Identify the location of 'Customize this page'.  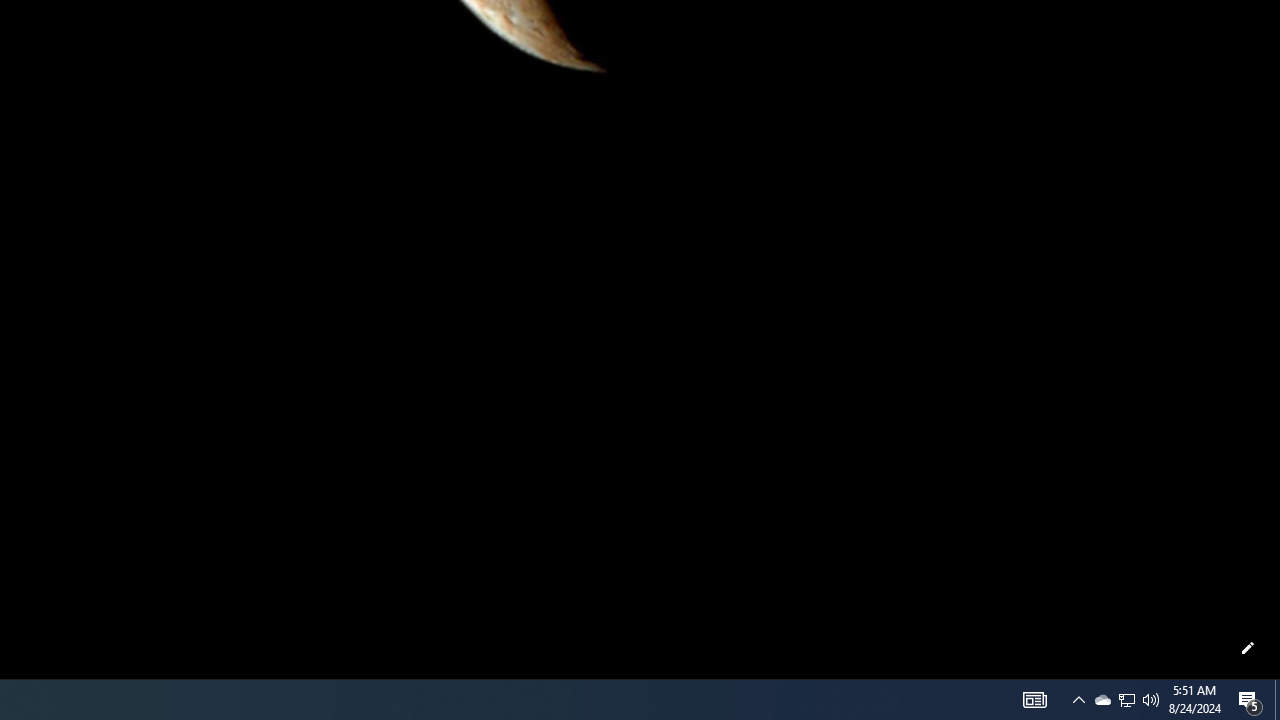
(1247, 648).